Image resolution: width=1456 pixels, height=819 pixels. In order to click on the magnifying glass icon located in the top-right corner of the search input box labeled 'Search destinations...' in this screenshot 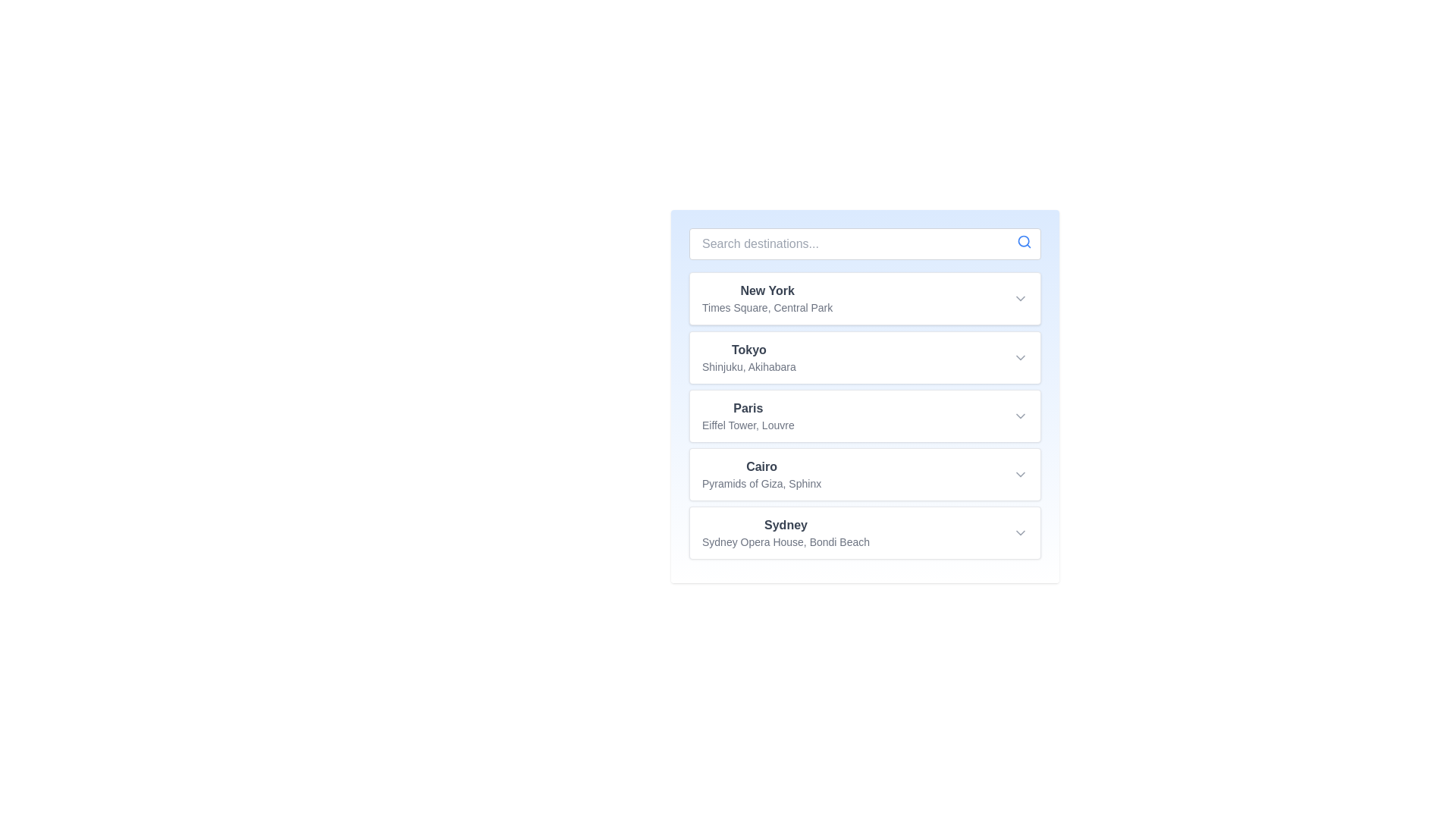, I will do `click(1024, 241)`.